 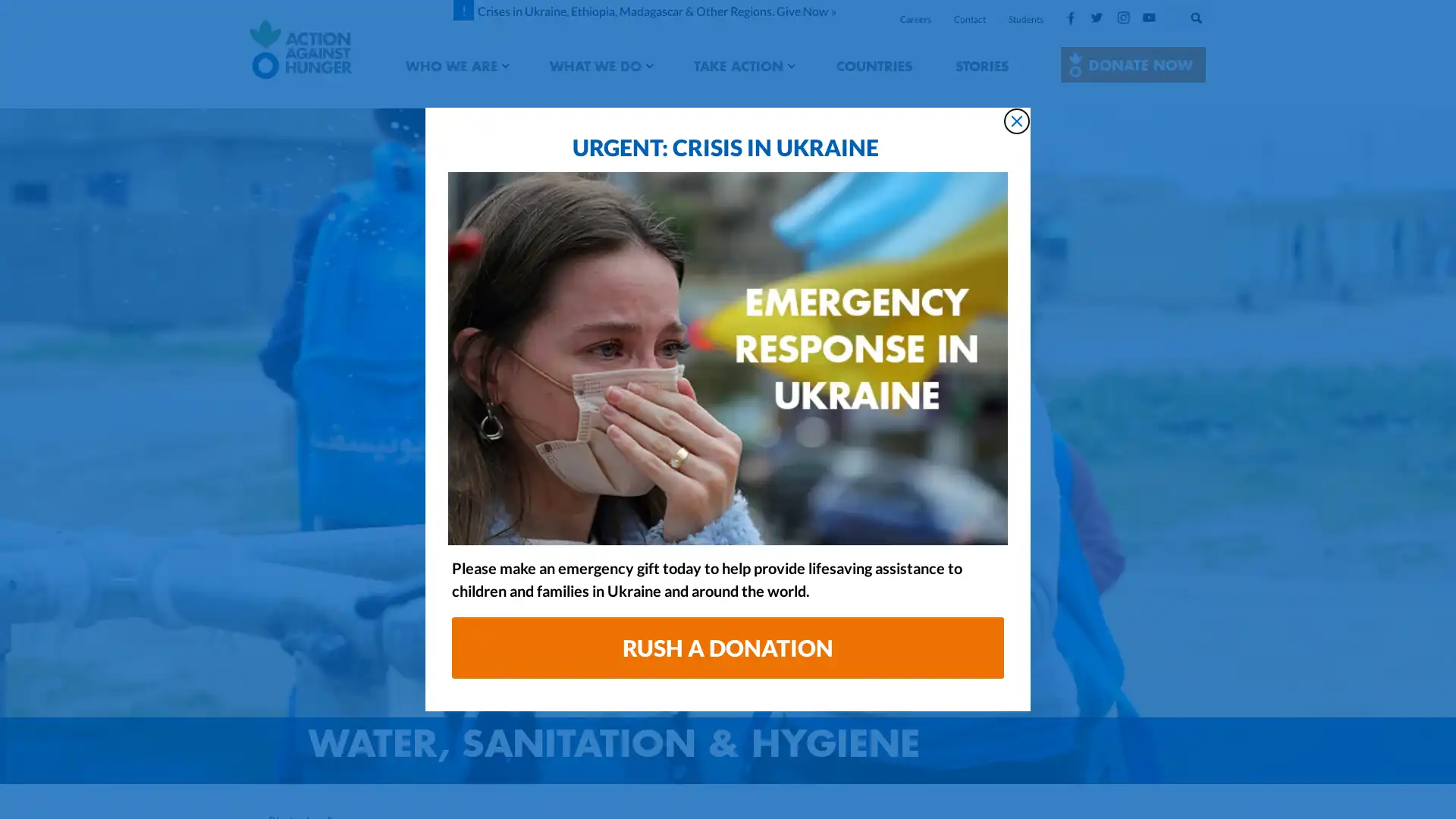 What do you see at coordinates (728, 648) in the screenshot?
I see `RUSH A DONATION` at bounding box center [728, 648].